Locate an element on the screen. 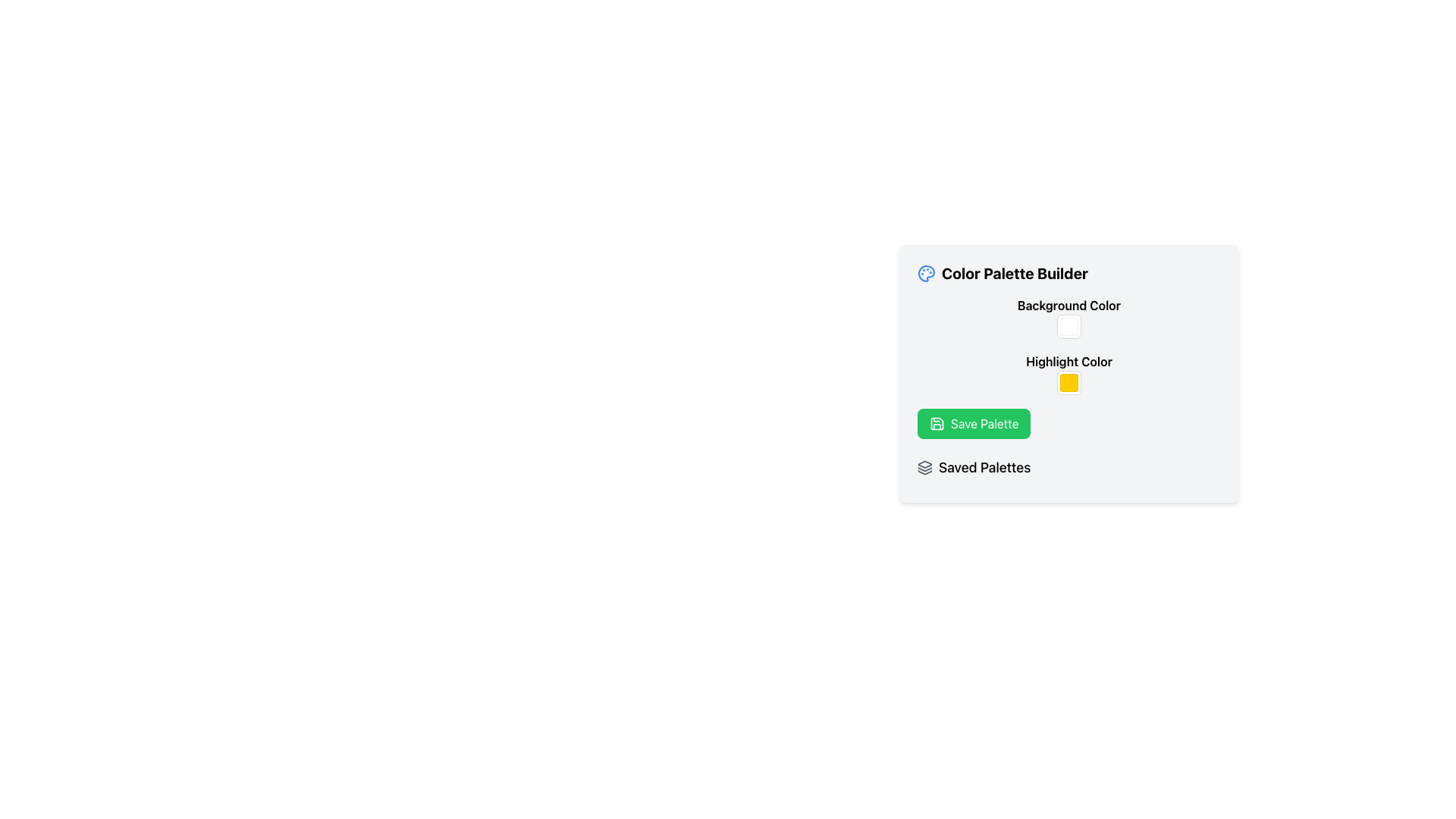  the configuration panel for the color palette builder, which includes a title, color options, a green action button, and a section for saved palettes is located at coordinates (1068, 374).